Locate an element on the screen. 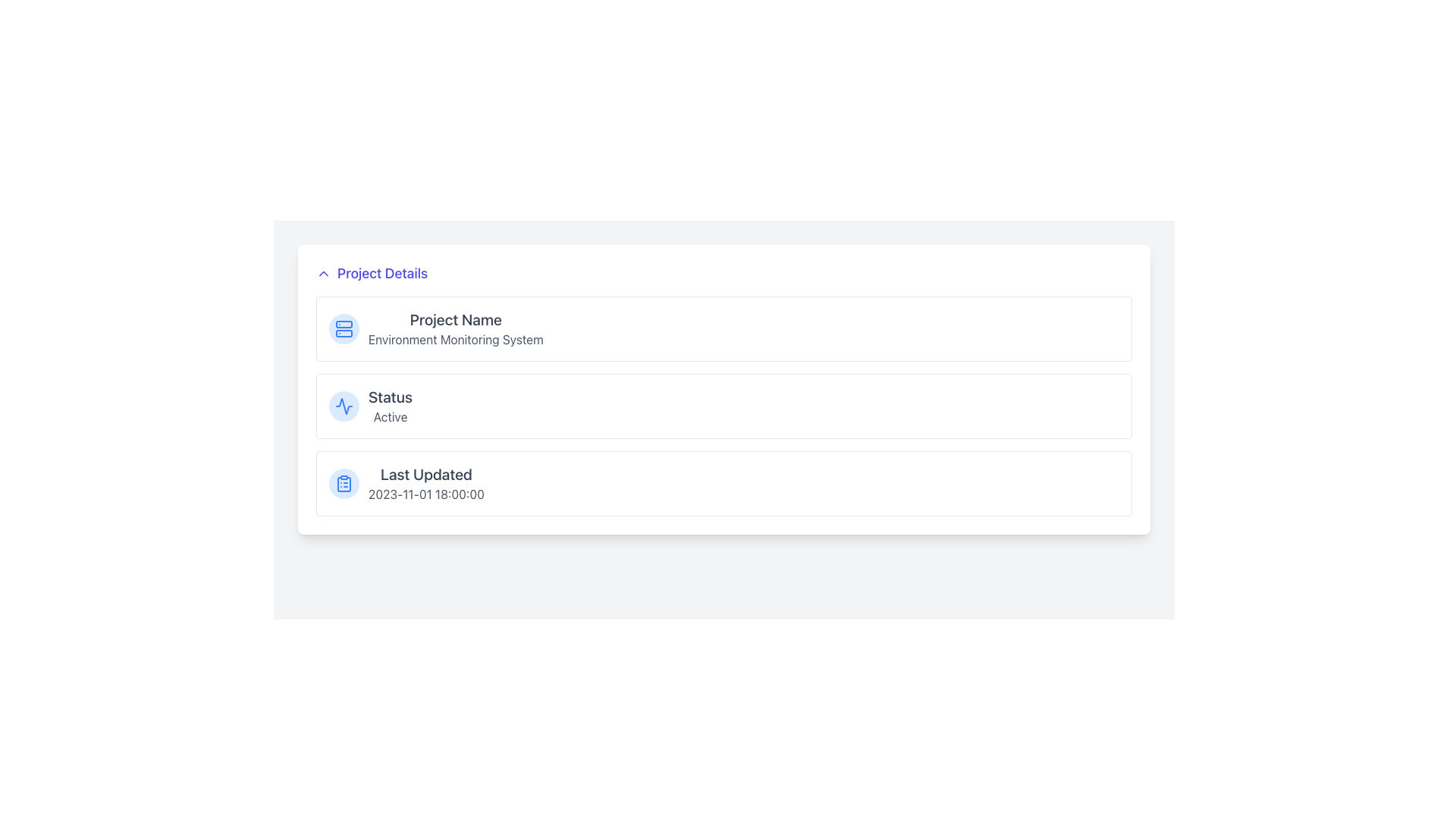 The width and height of the screenshot is (1456, 819). the Informational Panel that displays the last update's date and time, located at the bottom of the section containing 'Project Name' and 'Status' is located at coordinates (723, 483).